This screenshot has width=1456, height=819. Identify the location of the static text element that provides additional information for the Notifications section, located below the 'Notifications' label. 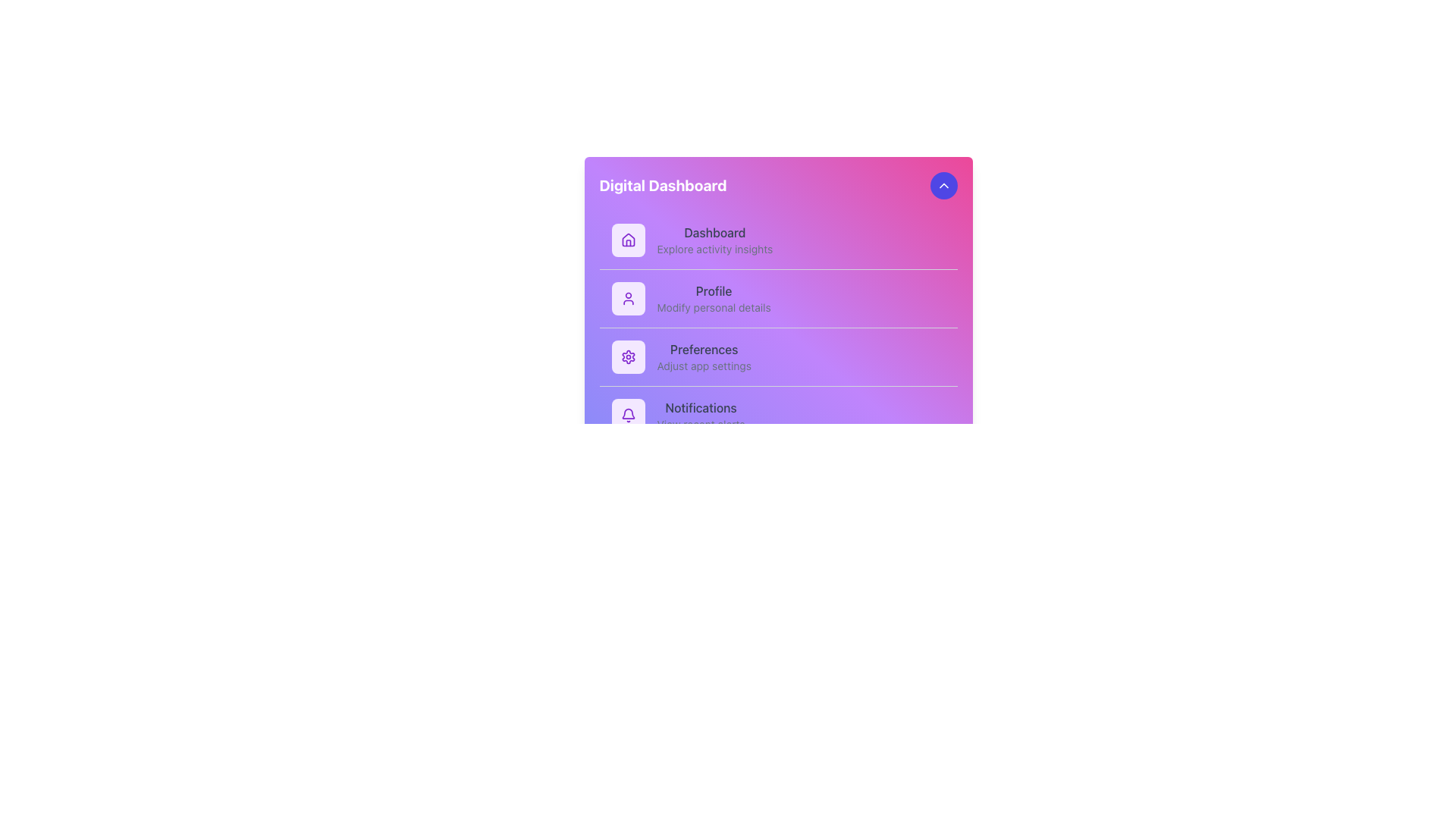
(700, 424).